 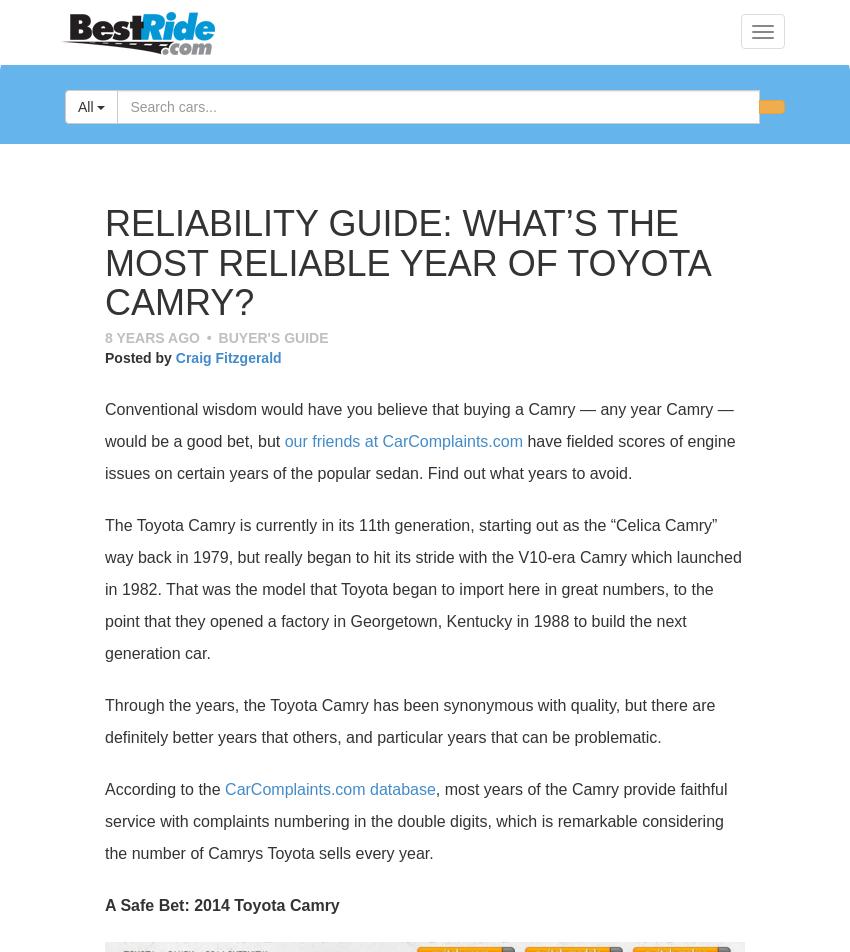 I want to click on 'CarComplaints.com database', so click(x=329, y=788).